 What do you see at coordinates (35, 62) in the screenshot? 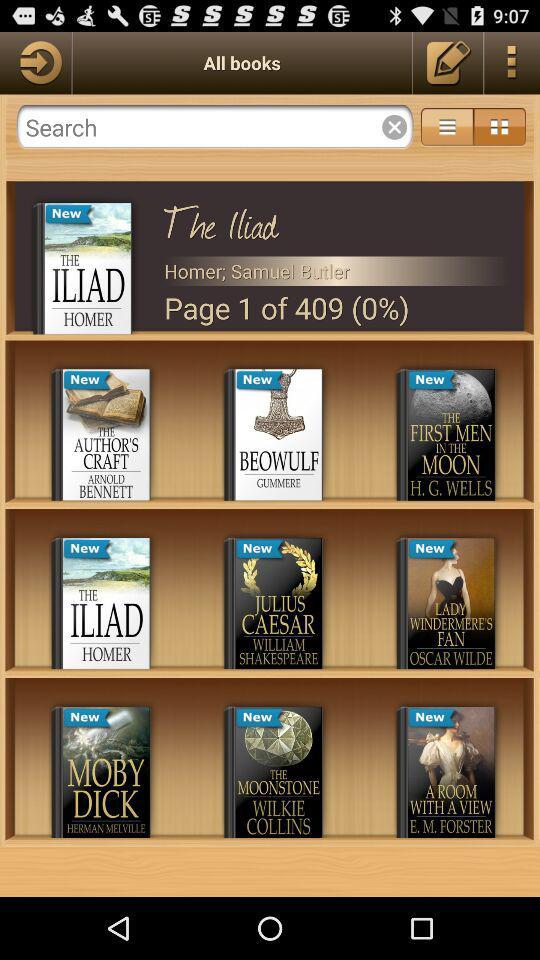
I see `next page` at bounding box center [35, 62].